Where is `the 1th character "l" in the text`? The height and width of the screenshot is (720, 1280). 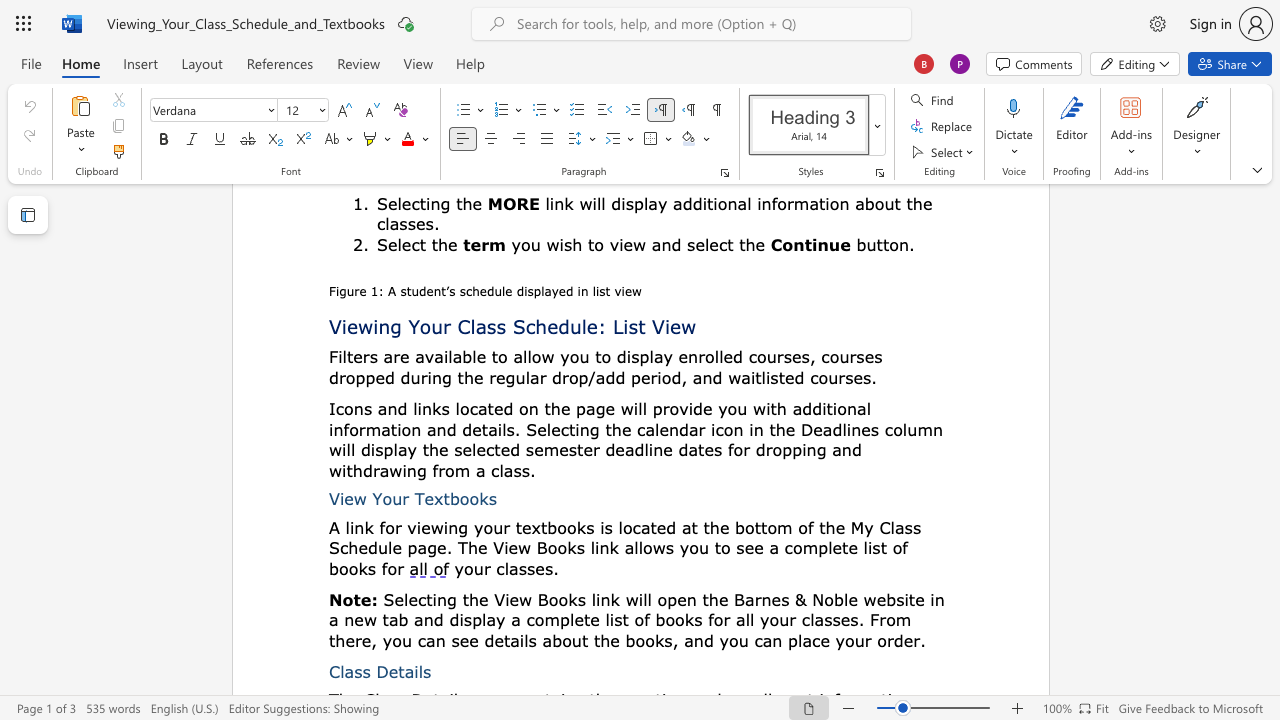 the 1th character "l" in the text is located at coordinates (342, 671).